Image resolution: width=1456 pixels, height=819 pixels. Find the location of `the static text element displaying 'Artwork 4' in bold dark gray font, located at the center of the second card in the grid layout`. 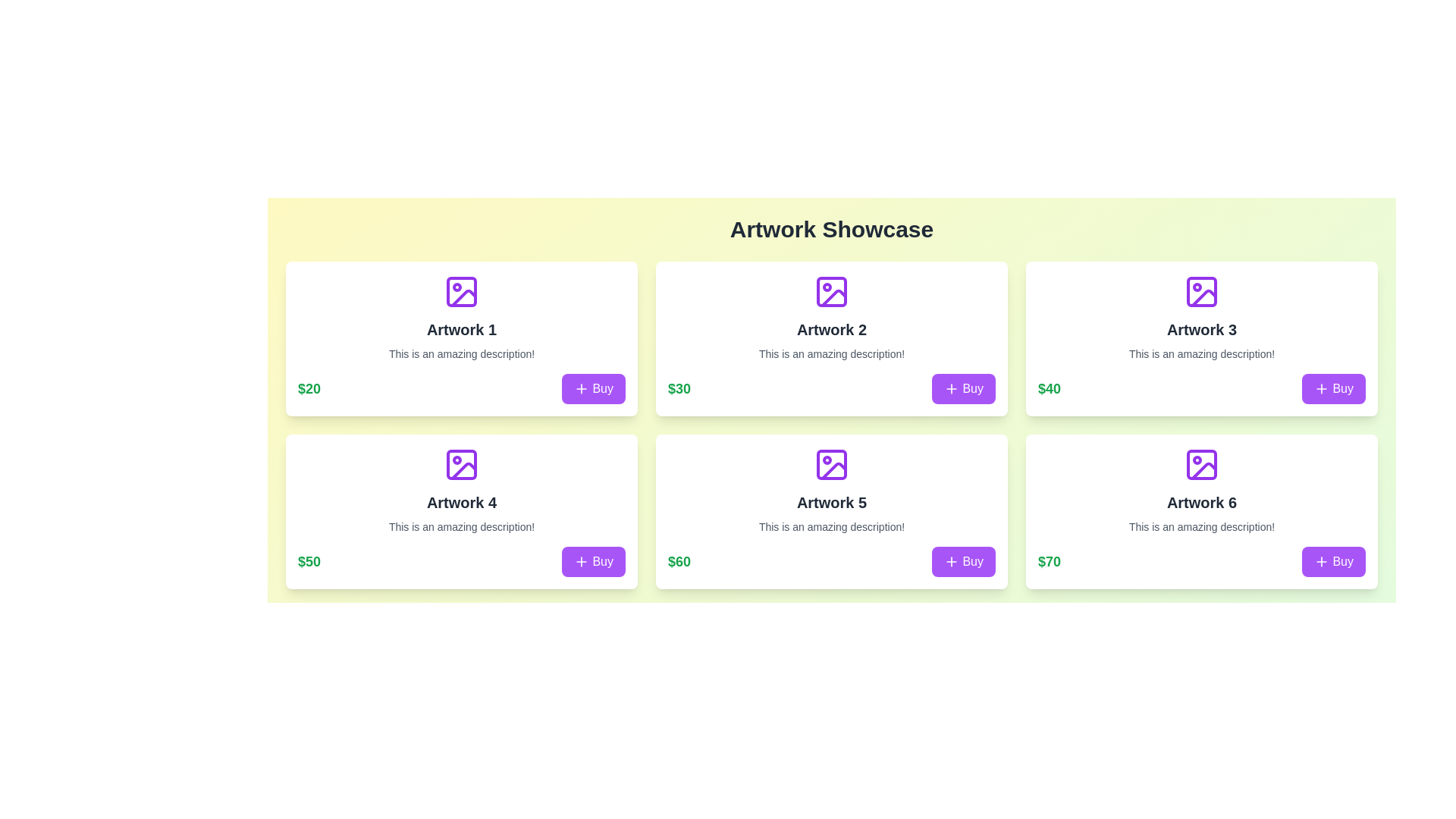

the static text element displaying 'Artwork 4' in bold dark gray font, located at the center of the second card in the grid layout is located at coordinates (461, 503).